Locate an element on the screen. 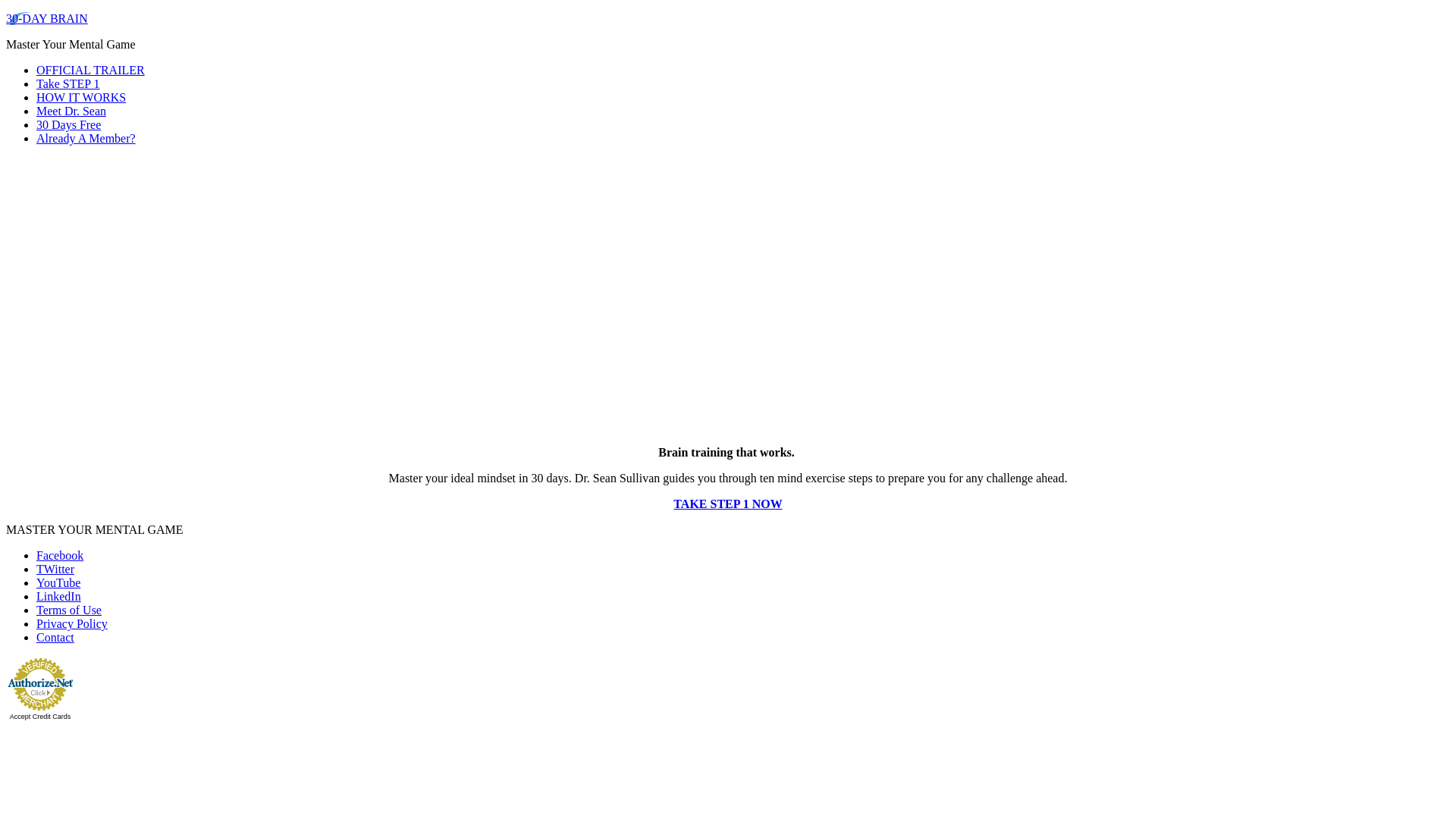  'HOW IT WORKS' is located at coordinates (36, 97).